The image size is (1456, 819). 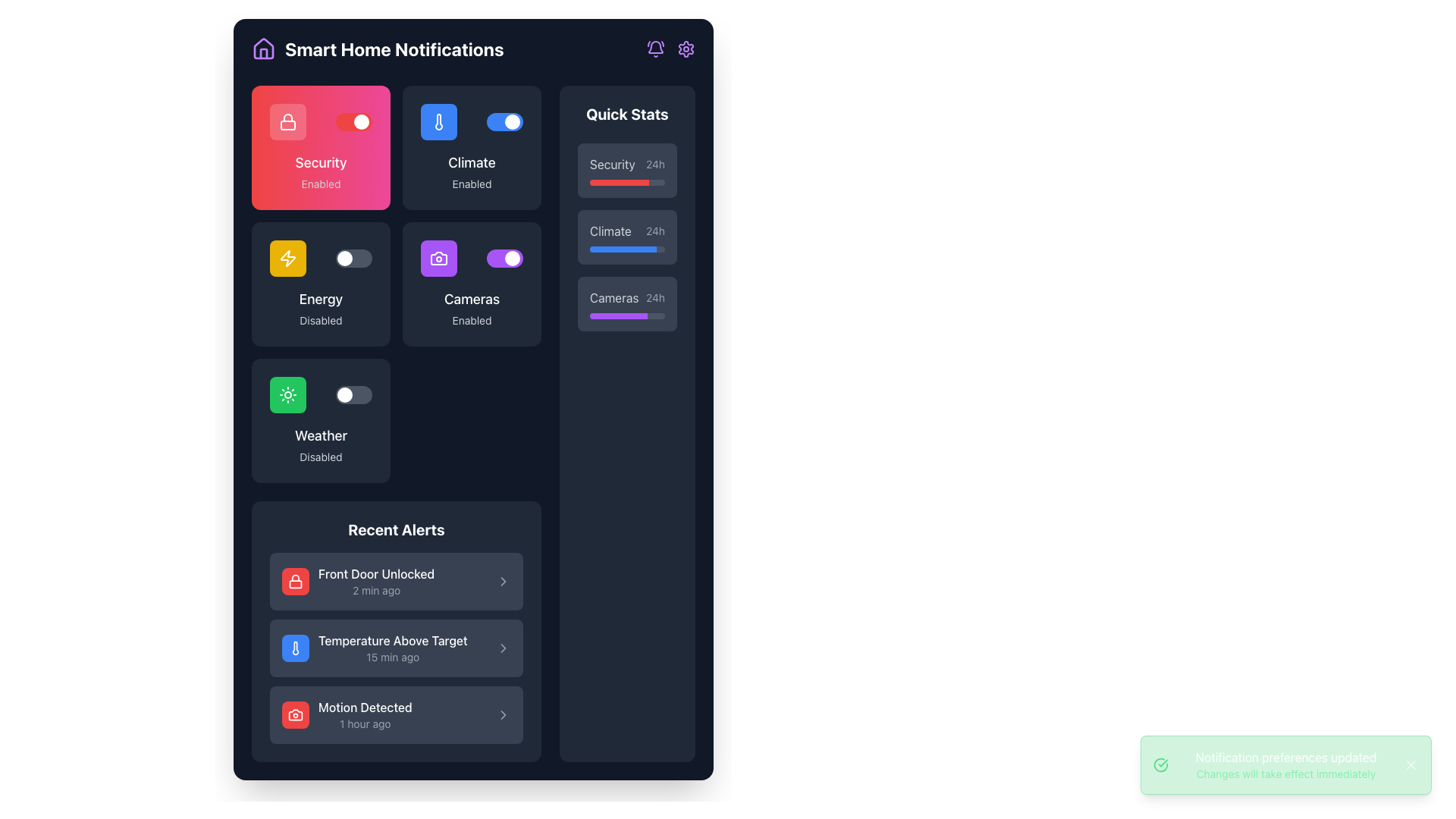 What do you see at coordinates (295, 714) in the screenshot?
I see `the camera alert icon indicating a motion detection event in the third alert box of the 'Recent Alerts' section on the left-side panel` at bounding box center [295, 714].